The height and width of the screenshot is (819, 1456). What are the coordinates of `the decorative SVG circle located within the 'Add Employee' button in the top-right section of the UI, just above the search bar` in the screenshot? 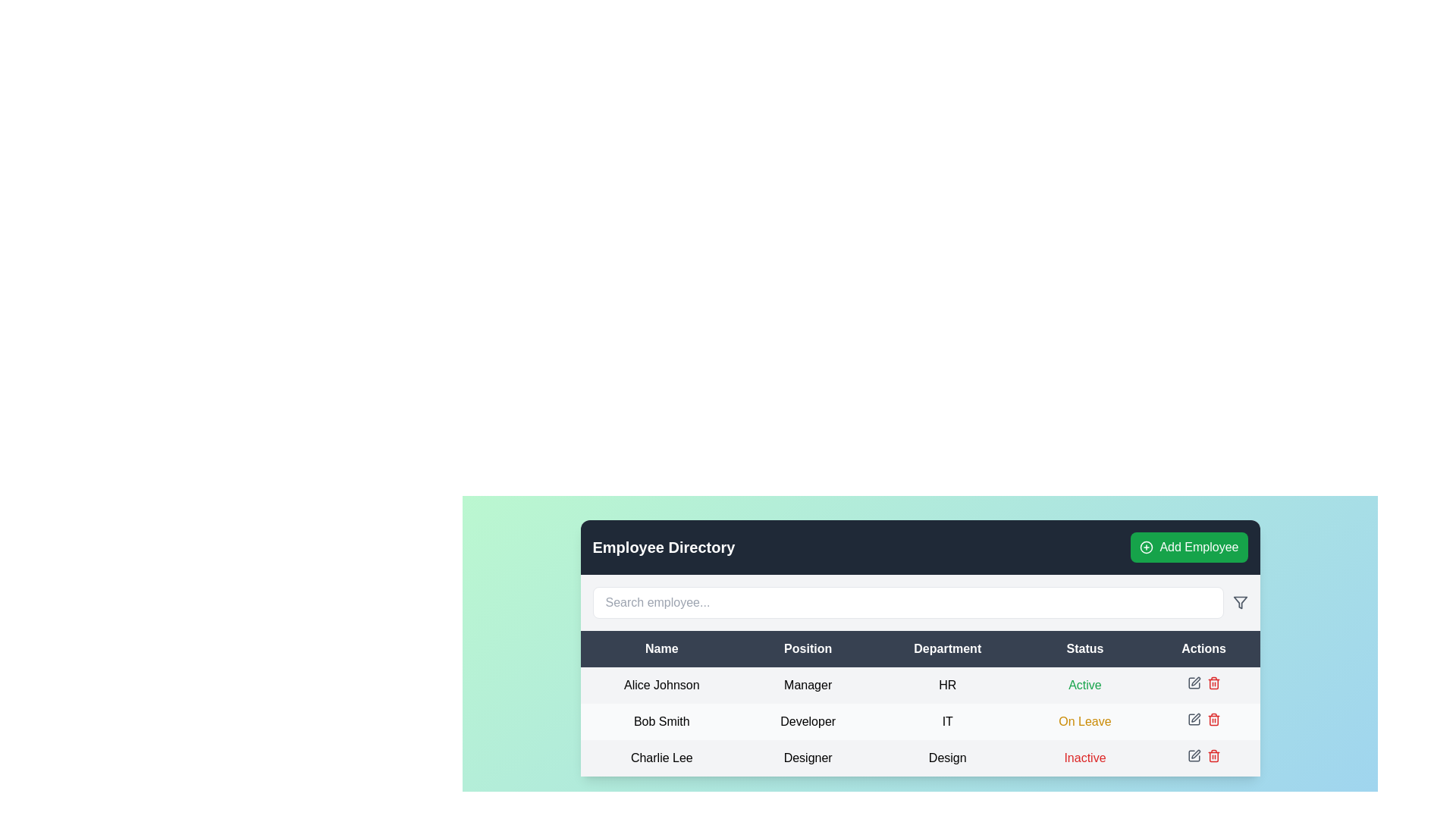 It's located at (1147, 547).